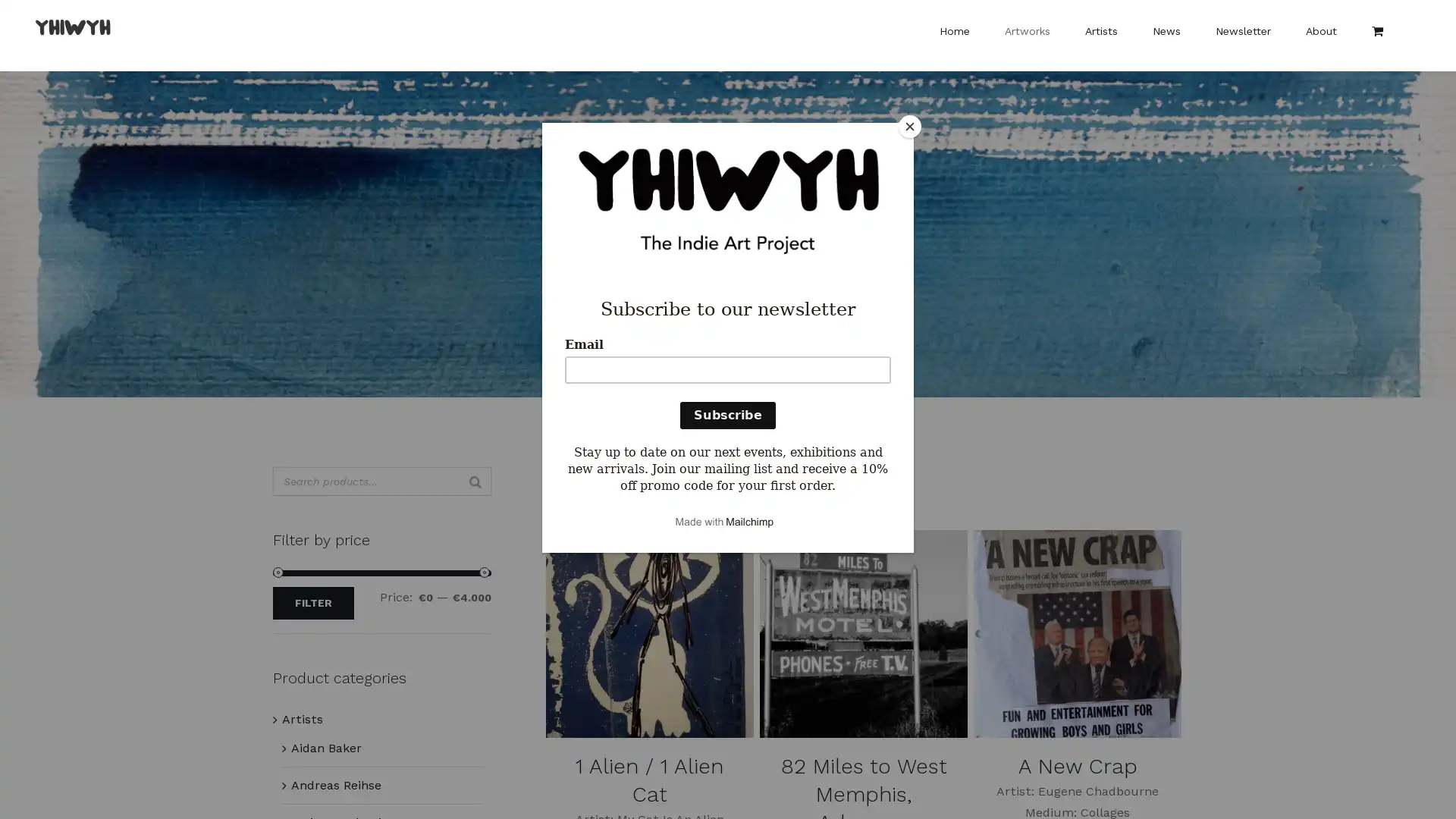 The image size is (1456, 819). I want to click on Search, so click(475, 482).